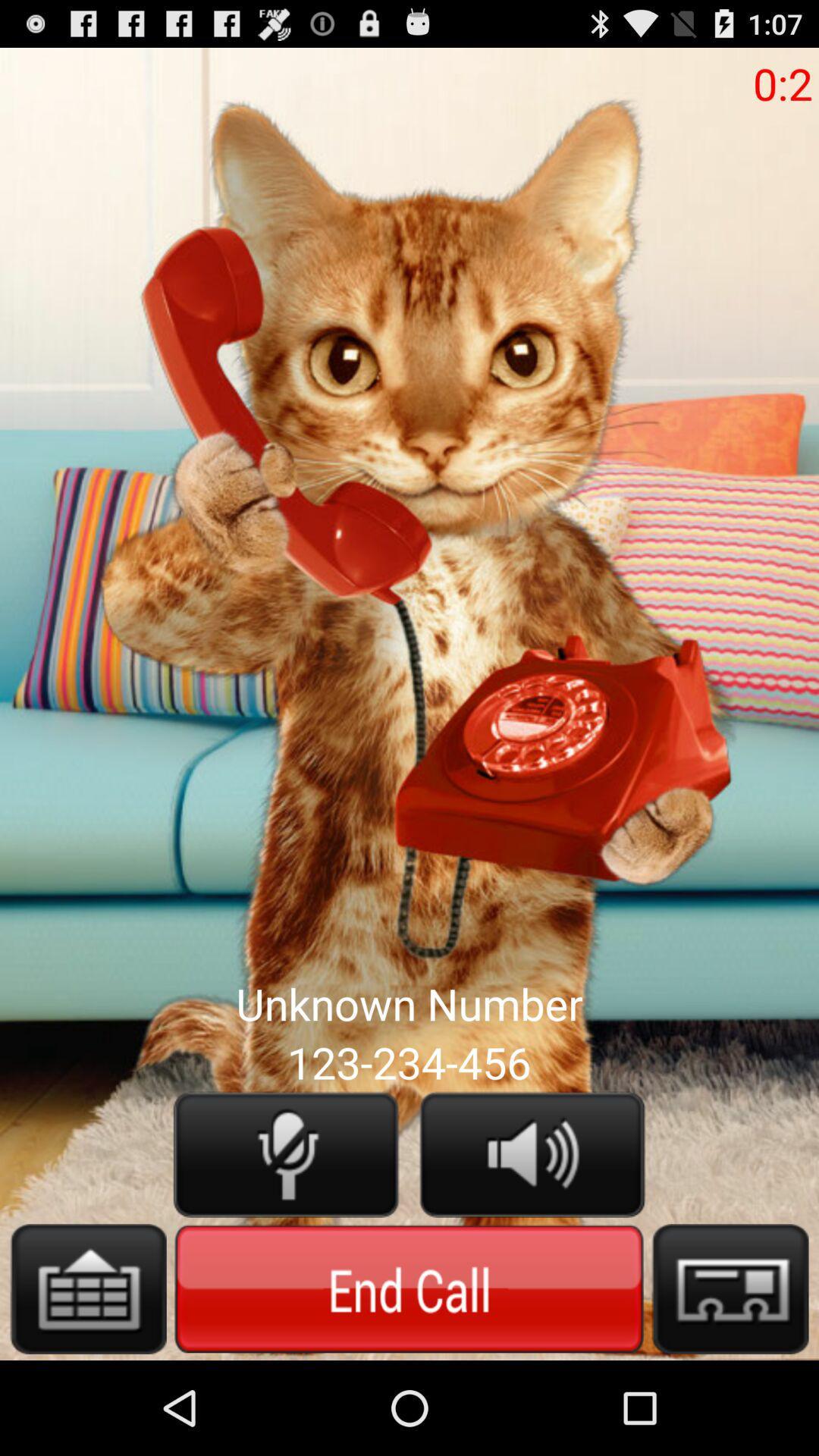  What do you see at coordinates (408, 1288) in the screenshot?
I see `endcall` at bounding box center [408, 1288].